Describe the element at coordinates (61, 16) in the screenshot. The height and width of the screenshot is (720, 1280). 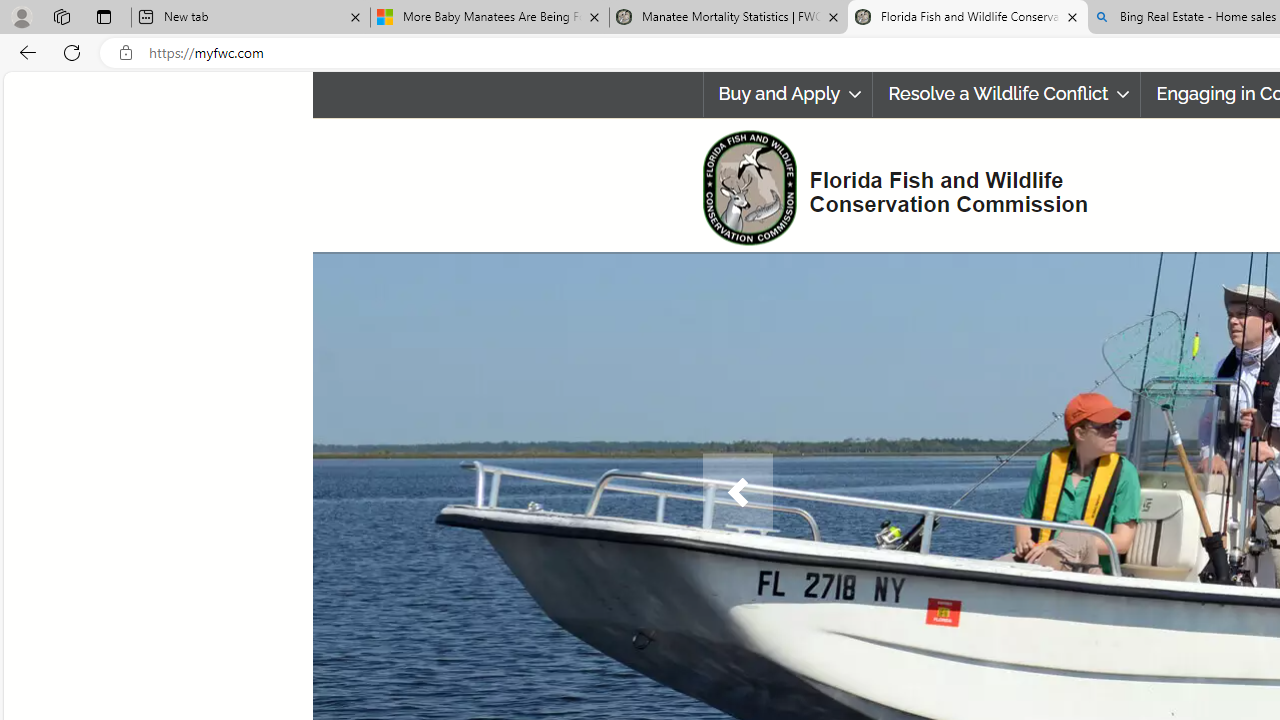
I see `'Workspaces'` at that location.